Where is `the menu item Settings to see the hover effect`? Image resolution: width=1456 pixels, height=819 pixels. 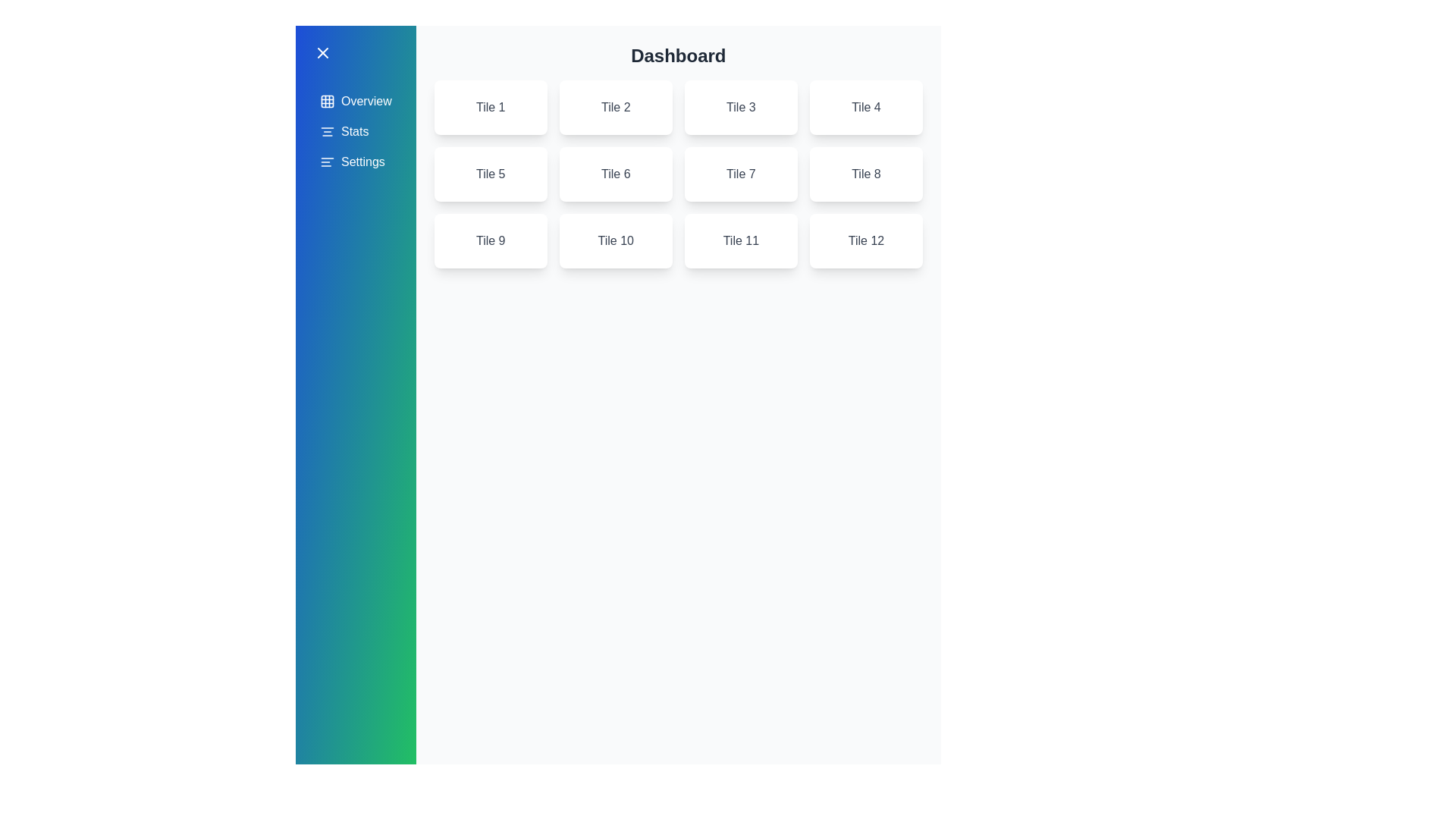 the menu item Settings to see the hover effect is located at coordinates (355, 162).